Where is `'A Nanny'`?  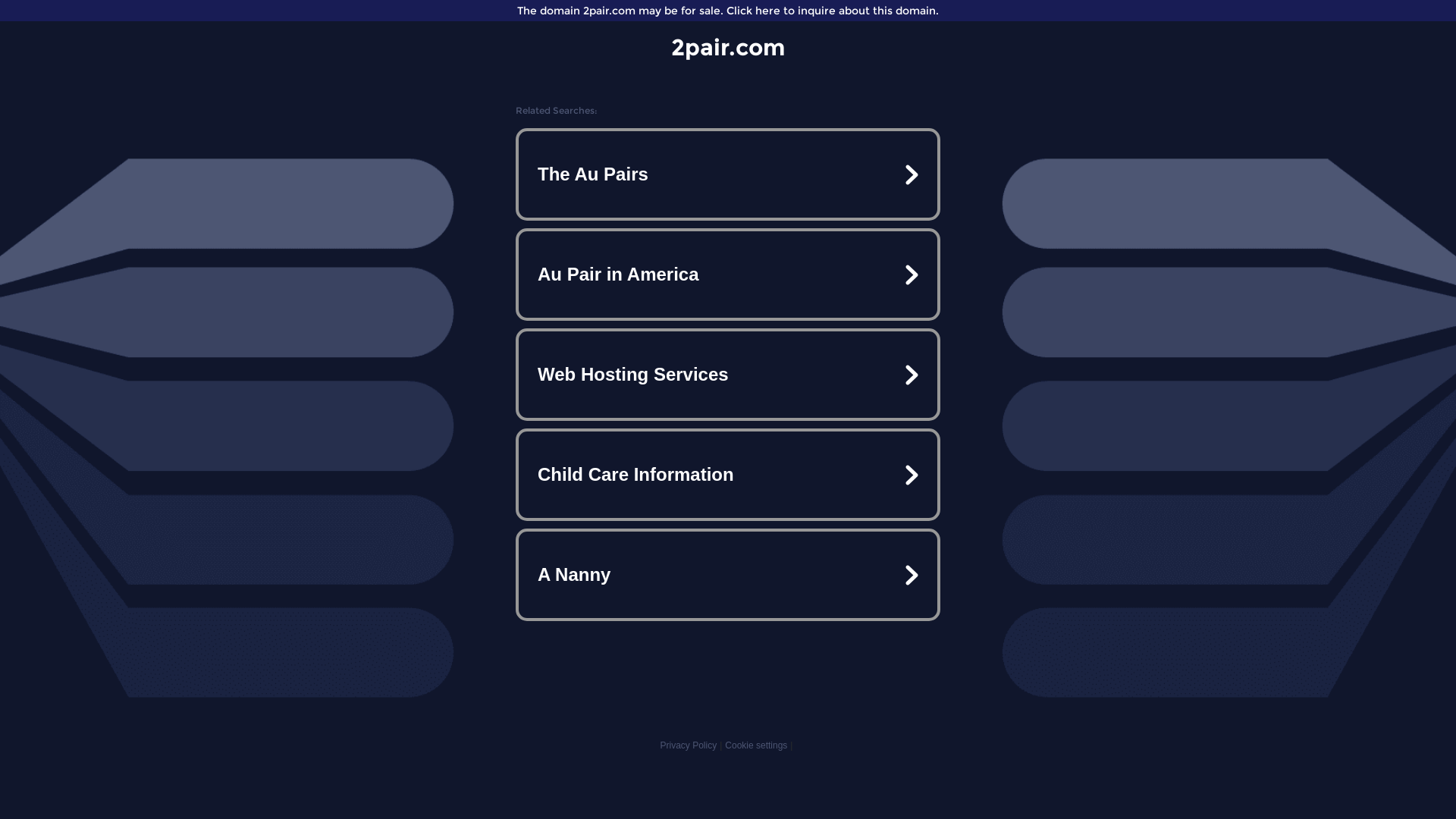
'A Nanny' is located at coordinates (728, 575).